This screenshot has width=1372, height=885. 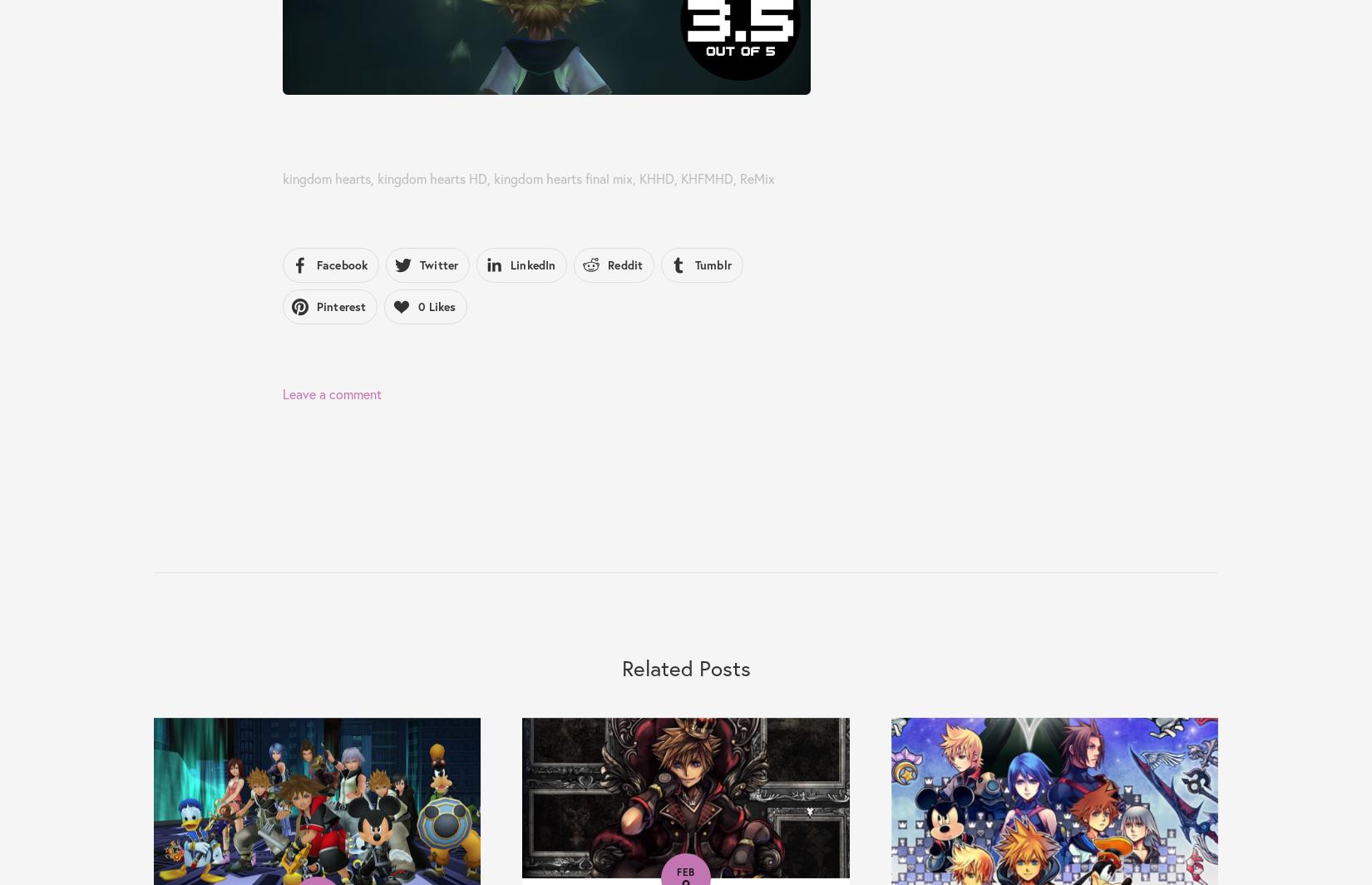 I want to click on 'Twitter', so click(x=438, y=265).